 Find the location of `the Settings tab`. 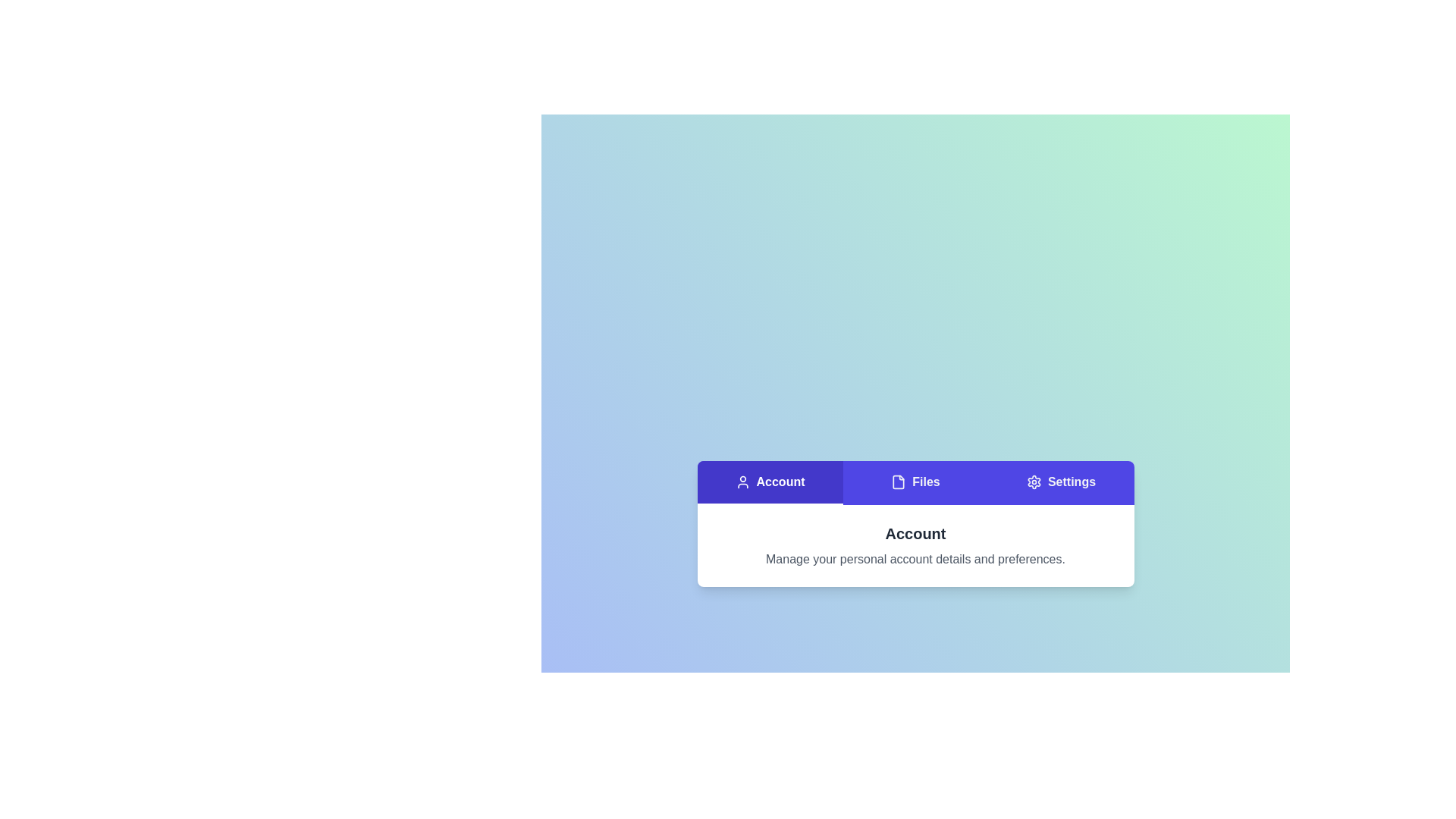

the Settings tab is located at coordinates (1060, 482).